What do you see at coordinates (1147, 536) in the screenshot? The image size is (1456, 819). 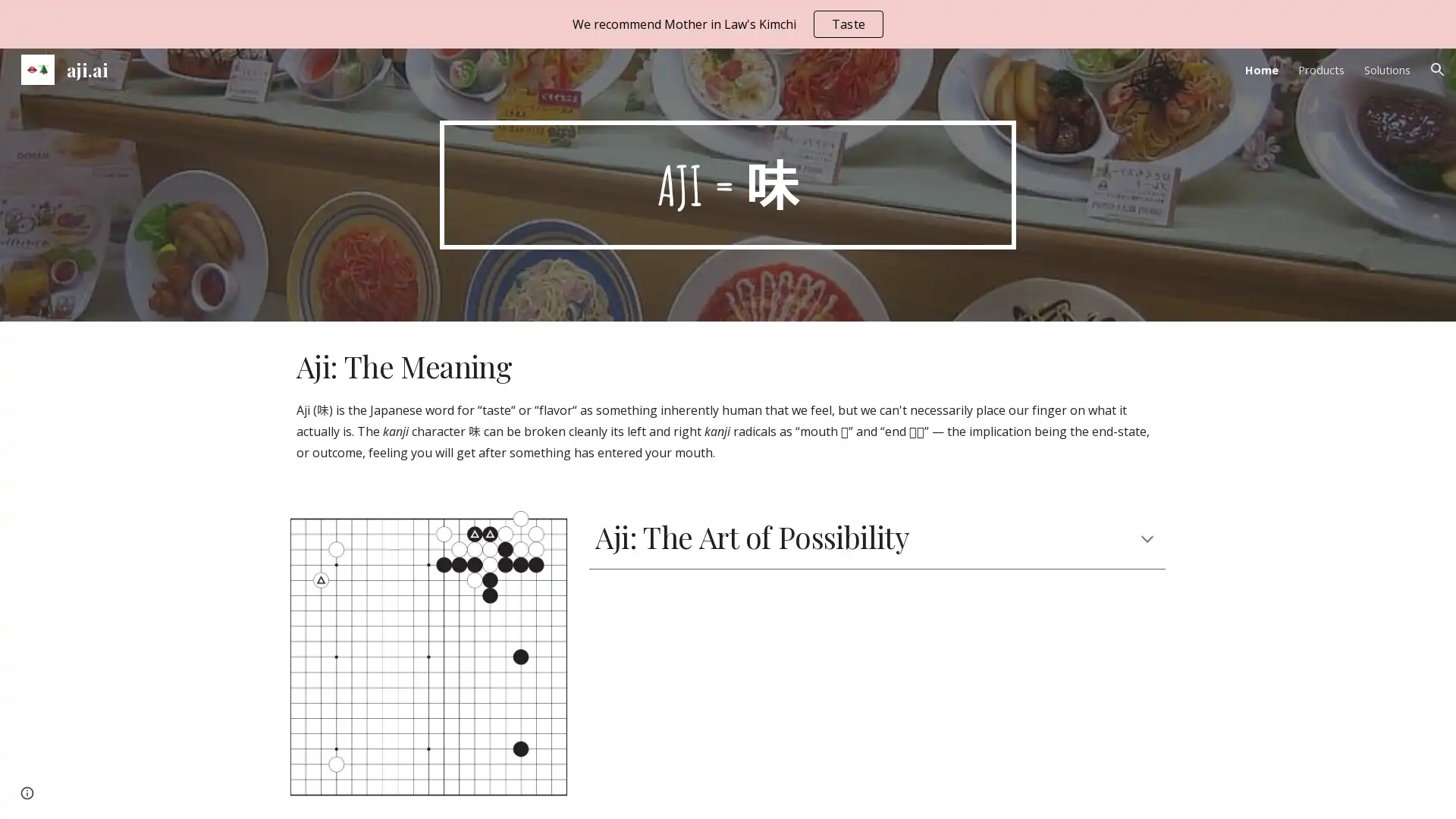 I see `Expand` at bounding box center [1147, 536].